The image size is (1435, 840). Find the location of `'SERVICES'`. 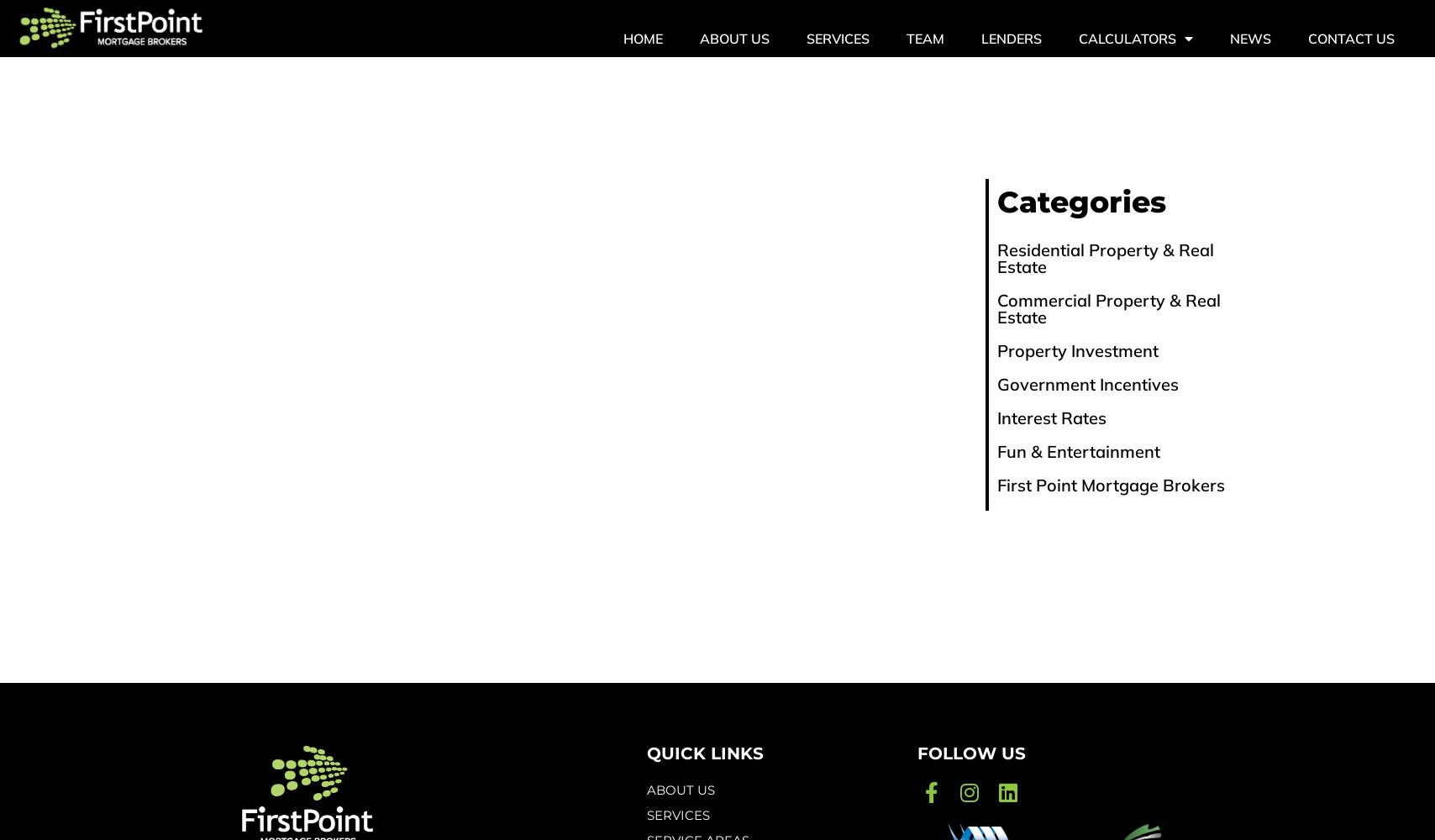

'SERVICES' is located at coordinates (678, 814).